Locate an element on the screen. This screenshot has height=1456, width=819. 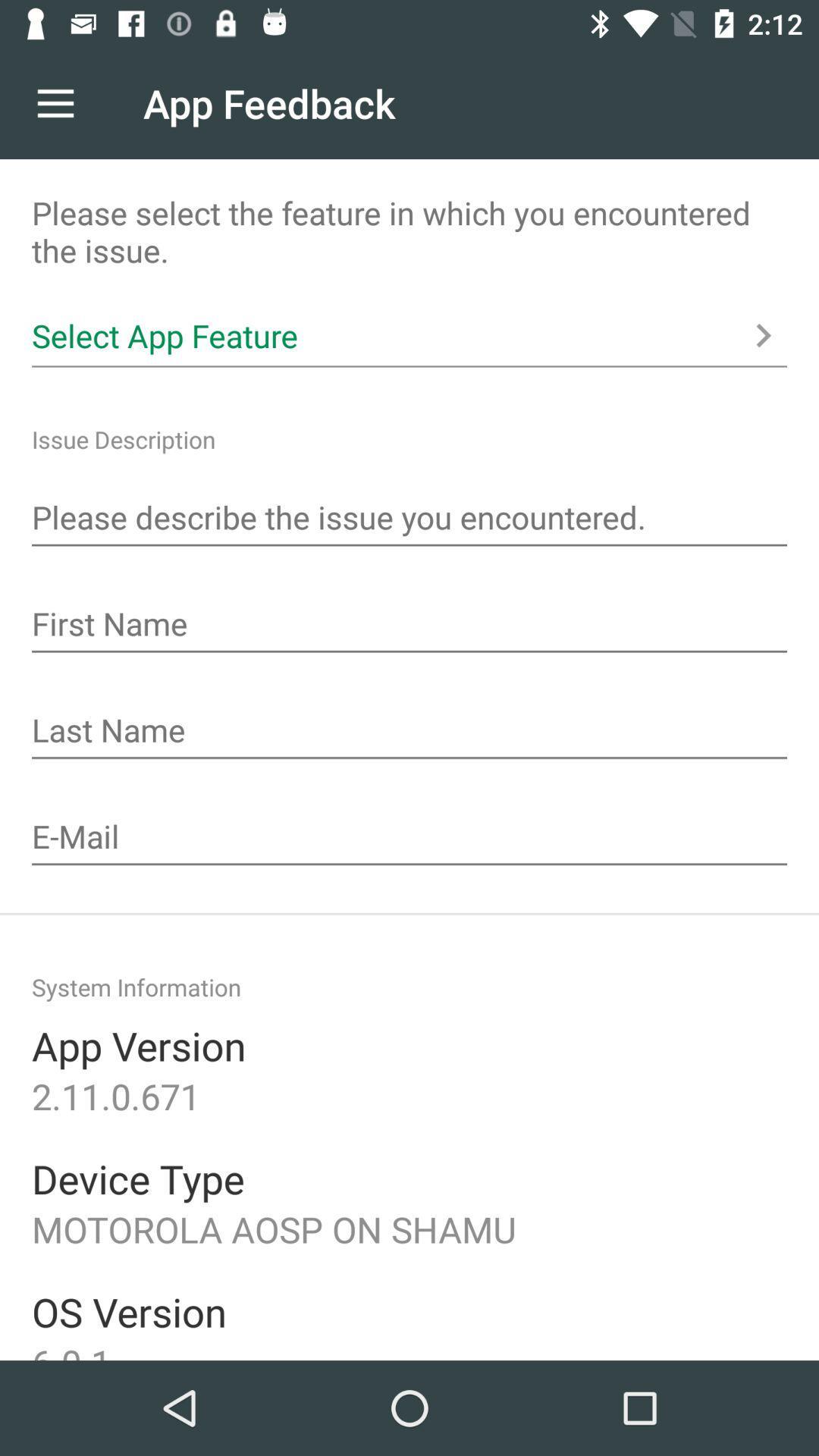
the icon below the issue description is located at coordinates (409, 519).